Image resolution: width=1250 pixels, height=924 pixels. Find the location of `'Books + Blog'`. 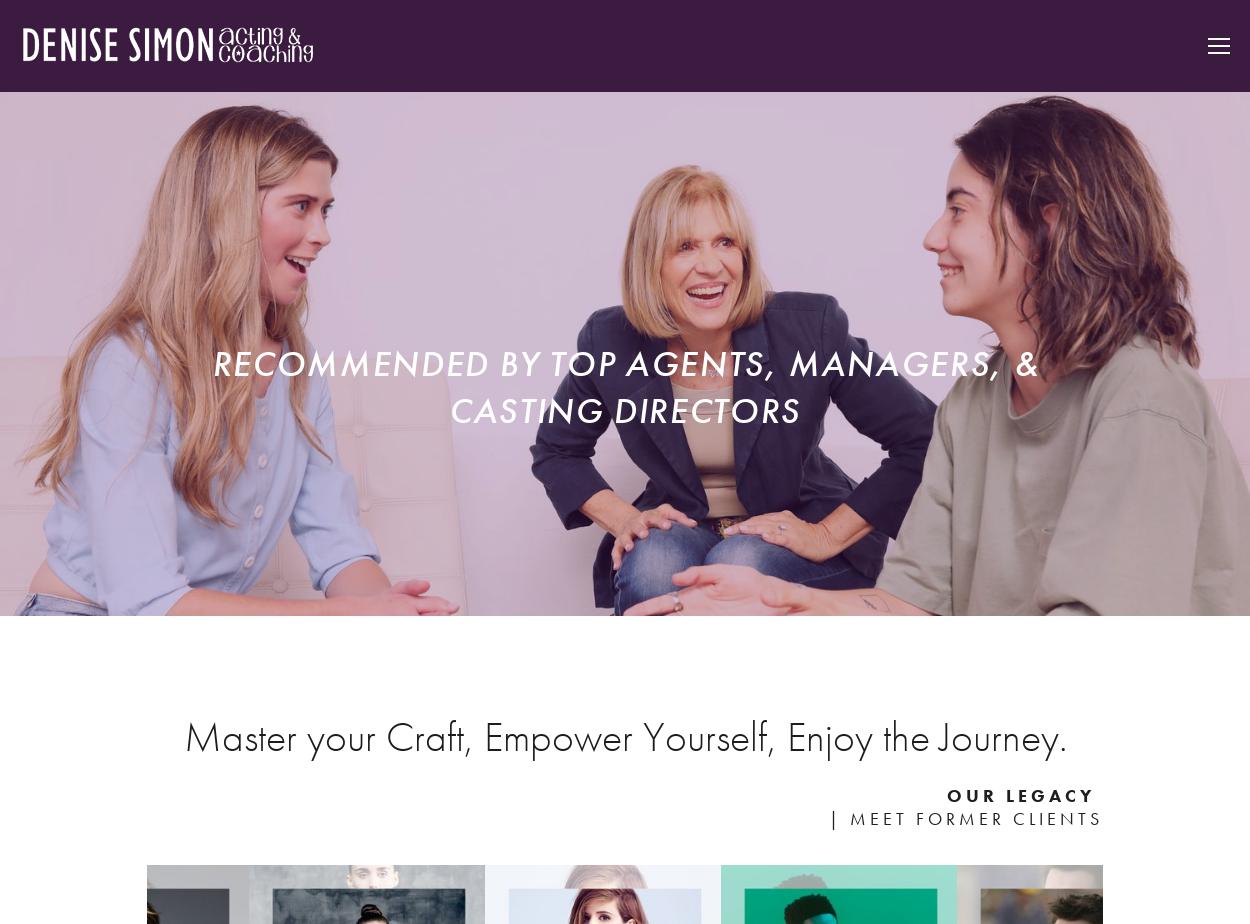

'Books + Blog' is located at coordinates (1080, 137).